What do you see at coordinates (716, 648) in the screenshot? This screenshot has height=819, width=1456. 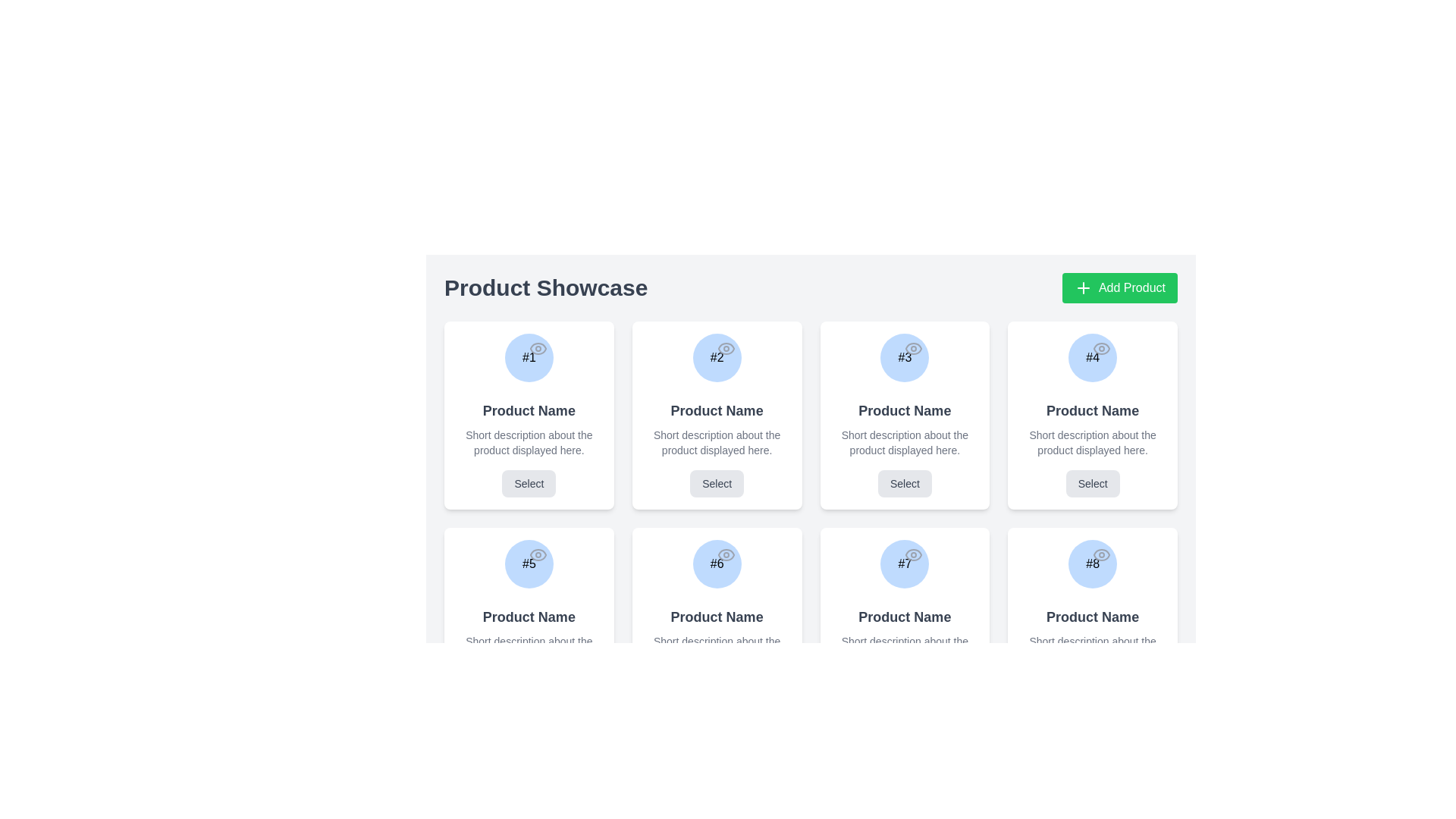 I see `text component displaying the phrase 'Short description about the product displayed here.' located beneath the 'Product Name' text in the product card` at bounding box center [716, 648].